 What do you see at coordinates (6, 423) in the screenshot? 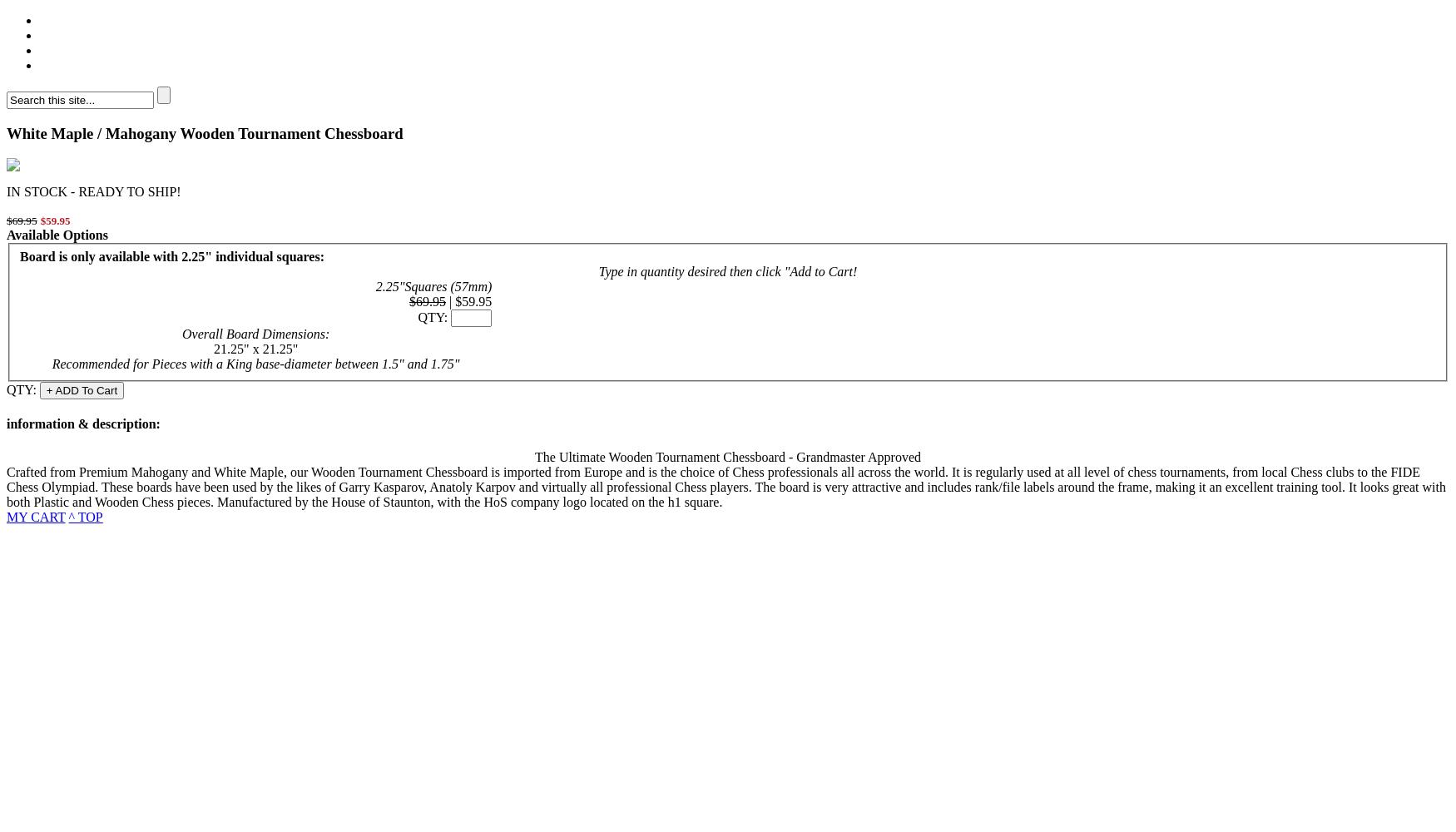
I see `'information'` at bounding box center [6, 423].